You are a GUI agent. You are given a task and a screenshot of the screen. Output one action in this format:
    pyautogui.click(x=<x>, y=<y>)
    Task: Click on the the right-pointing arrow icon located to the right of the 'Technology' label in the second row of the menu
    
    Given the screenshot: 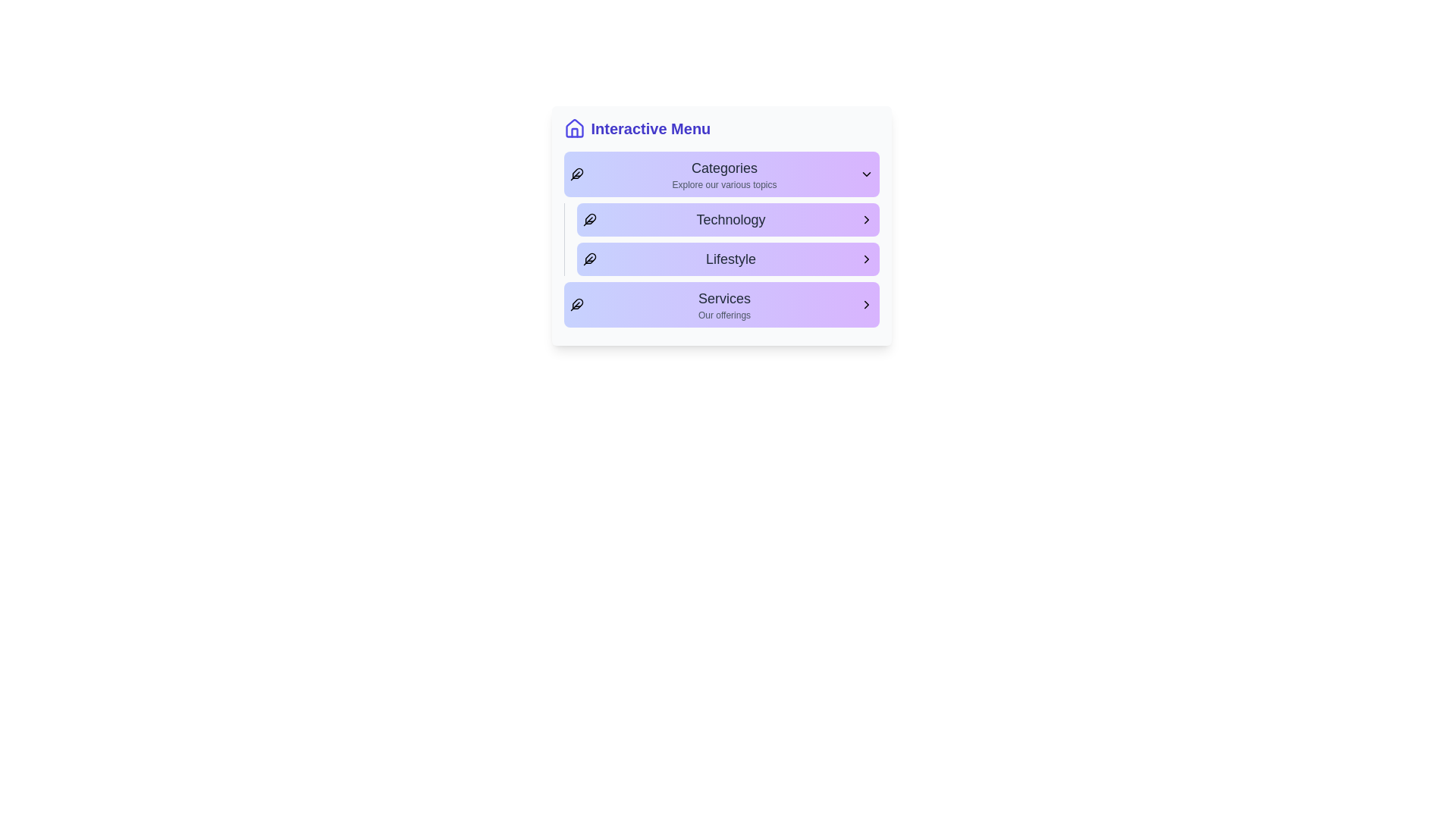 What is the action you would take?
    pyautogui.click(x=866, y=219)
    